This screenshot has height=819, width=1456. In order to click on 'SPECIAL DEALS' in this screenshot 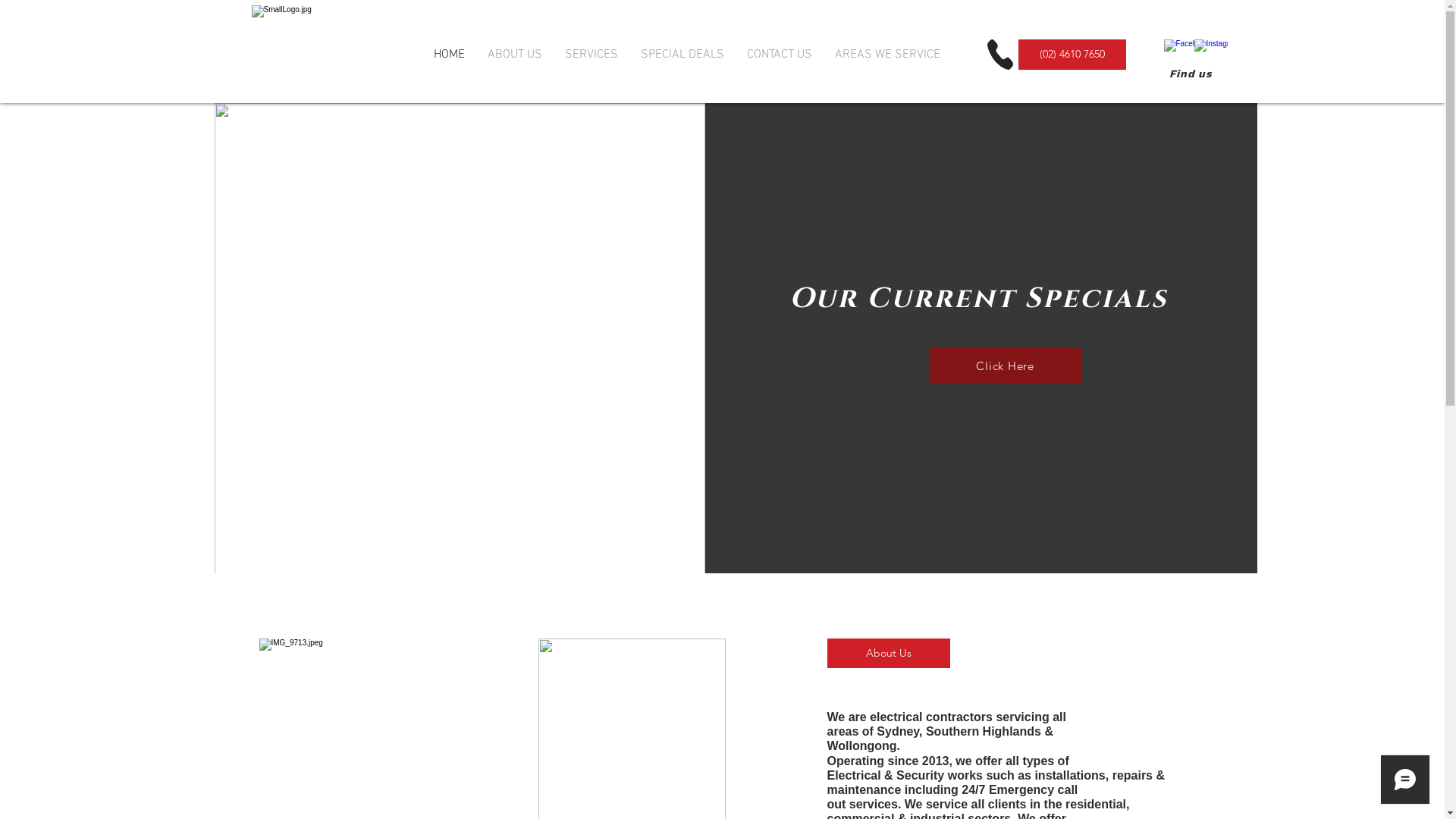, I will do `click(682, 54)`.